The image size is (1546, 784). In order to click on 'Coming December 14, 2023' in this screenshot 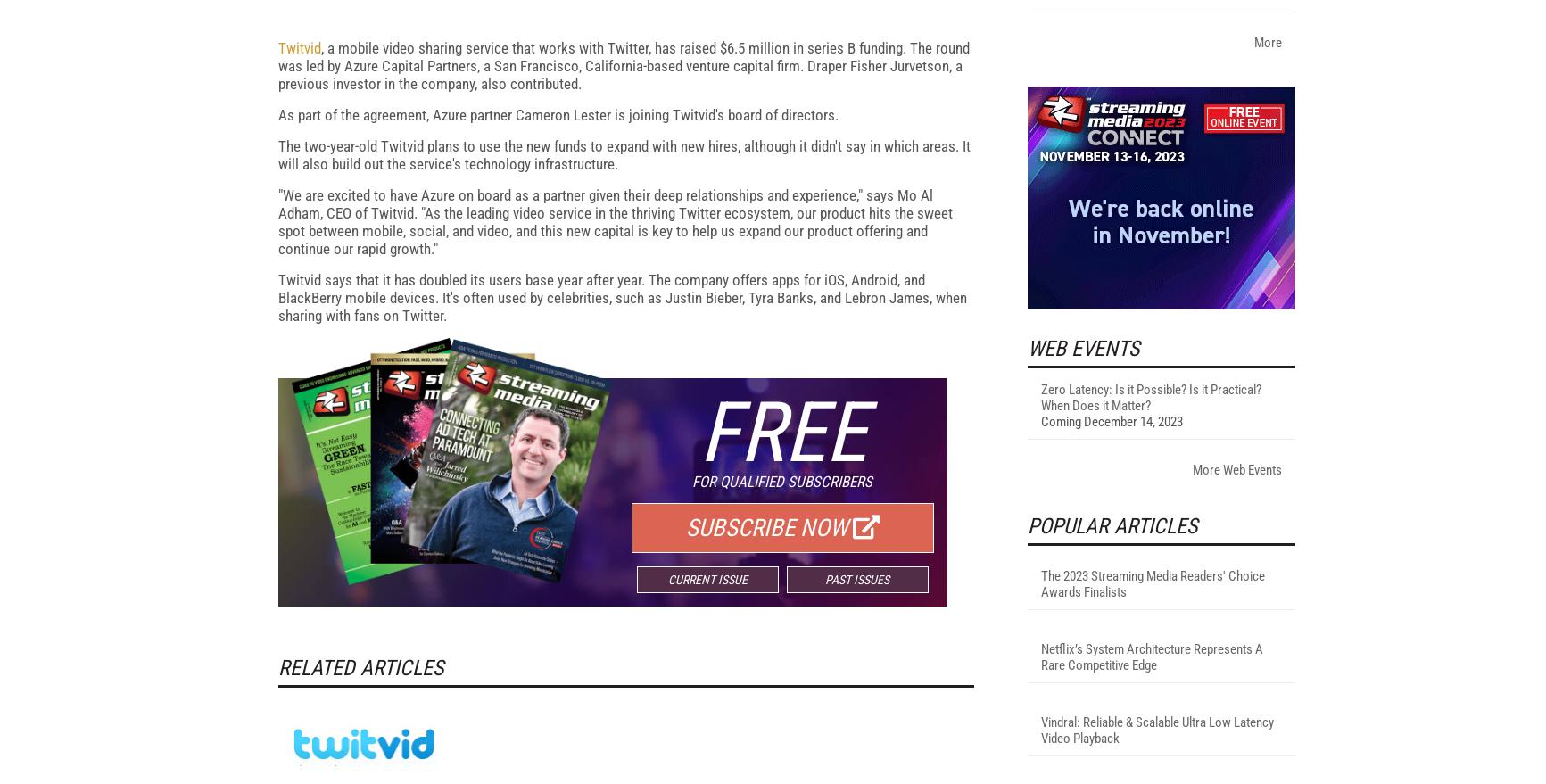, I will do `click(1039, 653)`.